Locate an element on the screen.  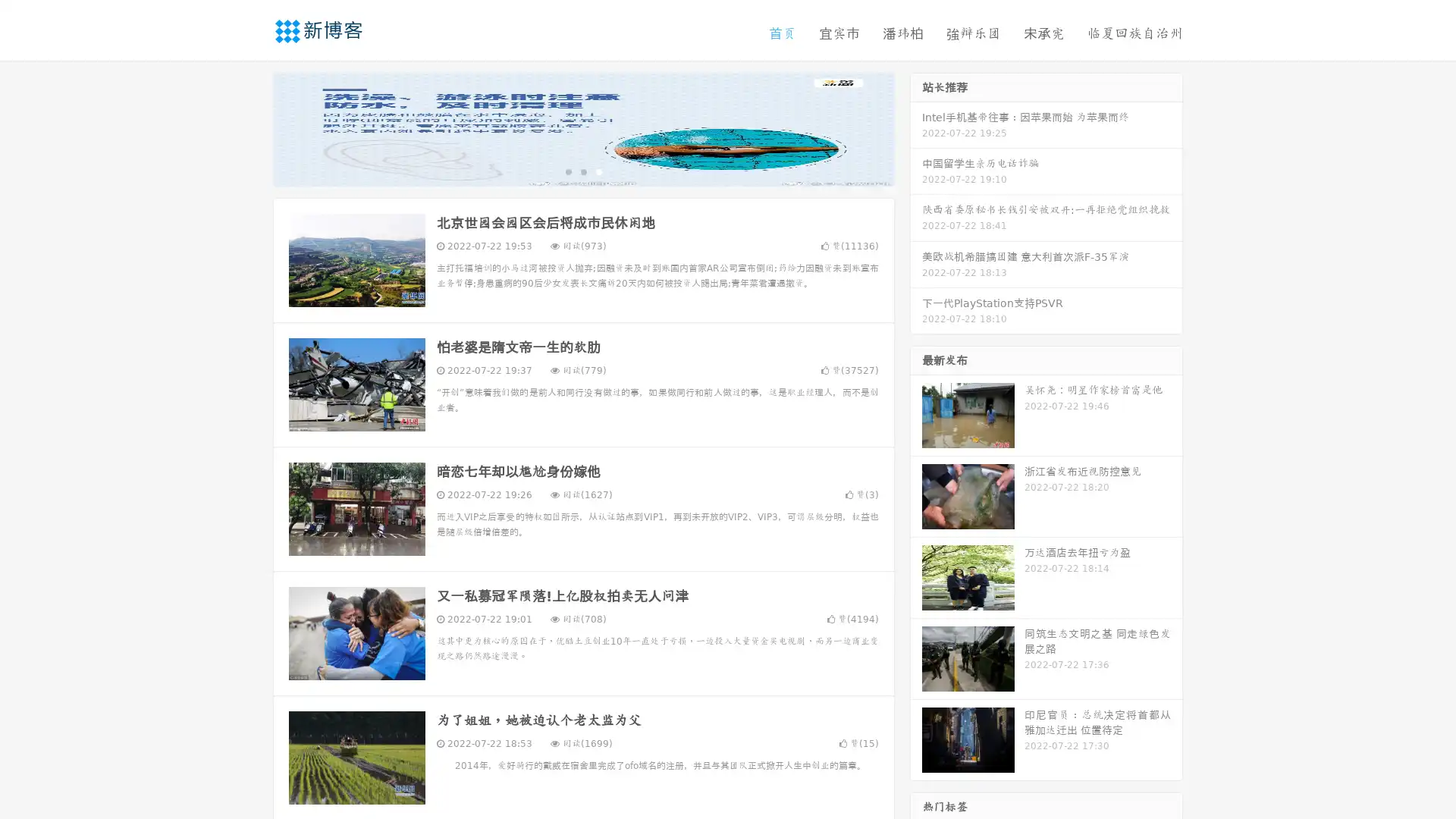
Go to slide 2 is located at coordinates (582, 171).